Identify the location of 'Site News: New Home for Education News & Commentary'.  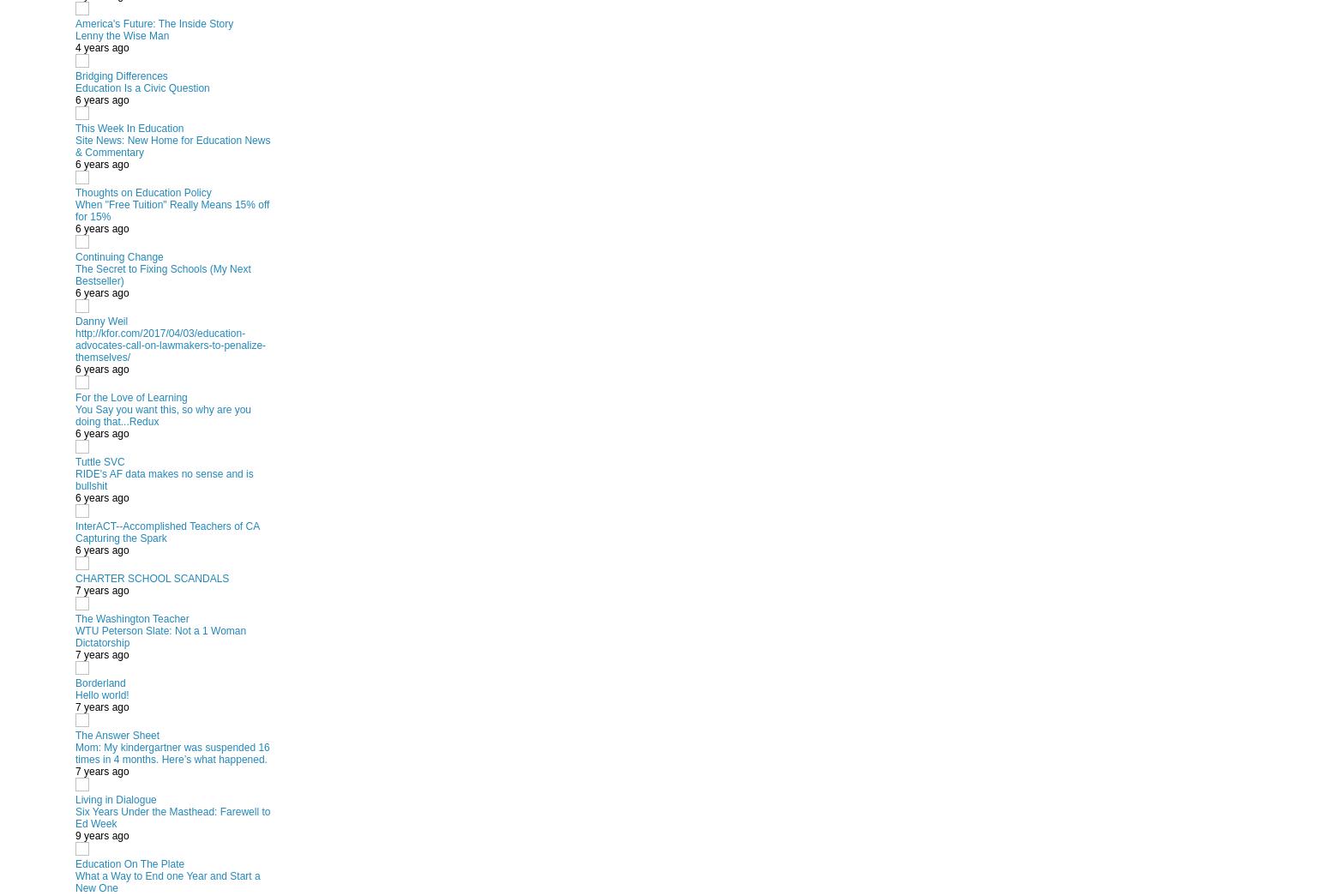
(75, 145).